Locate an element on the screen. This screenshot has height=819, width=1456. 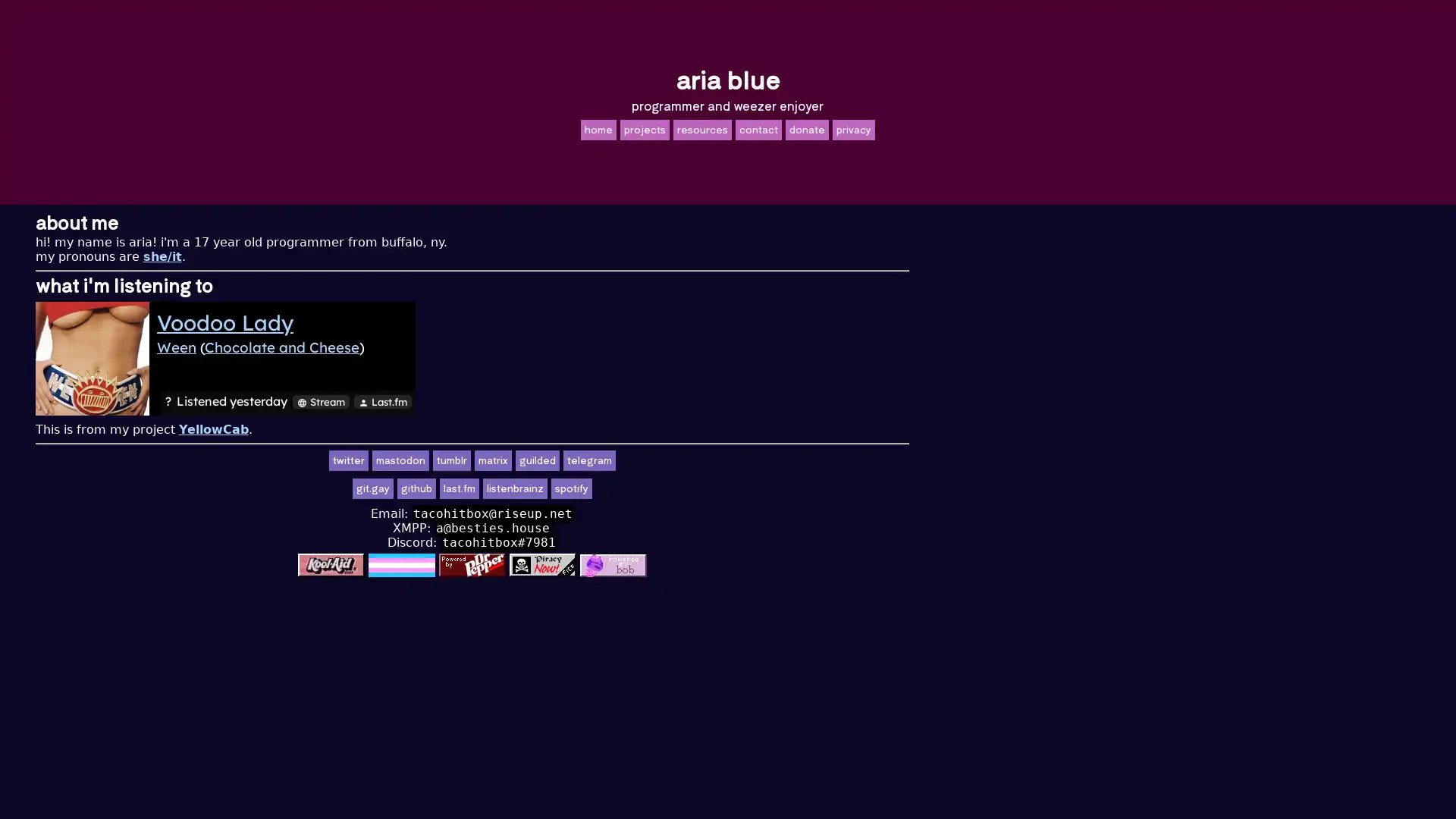
donate is located at coordinates (805, 128).